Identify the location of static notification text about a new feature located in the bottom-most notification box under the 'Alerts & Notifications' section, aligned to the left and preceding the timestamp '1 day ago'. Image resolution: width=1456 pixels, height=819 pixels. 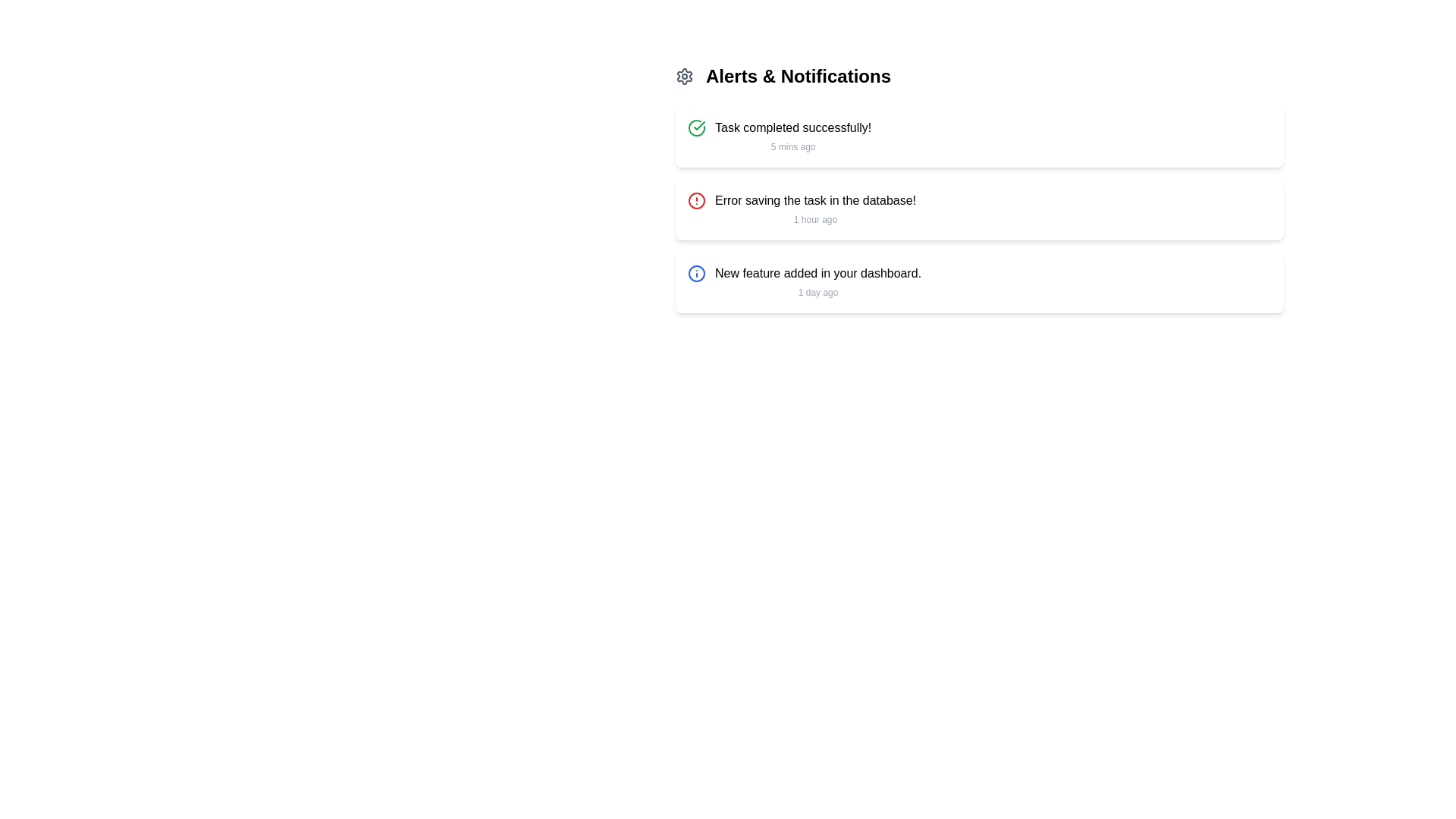
(817, 274).